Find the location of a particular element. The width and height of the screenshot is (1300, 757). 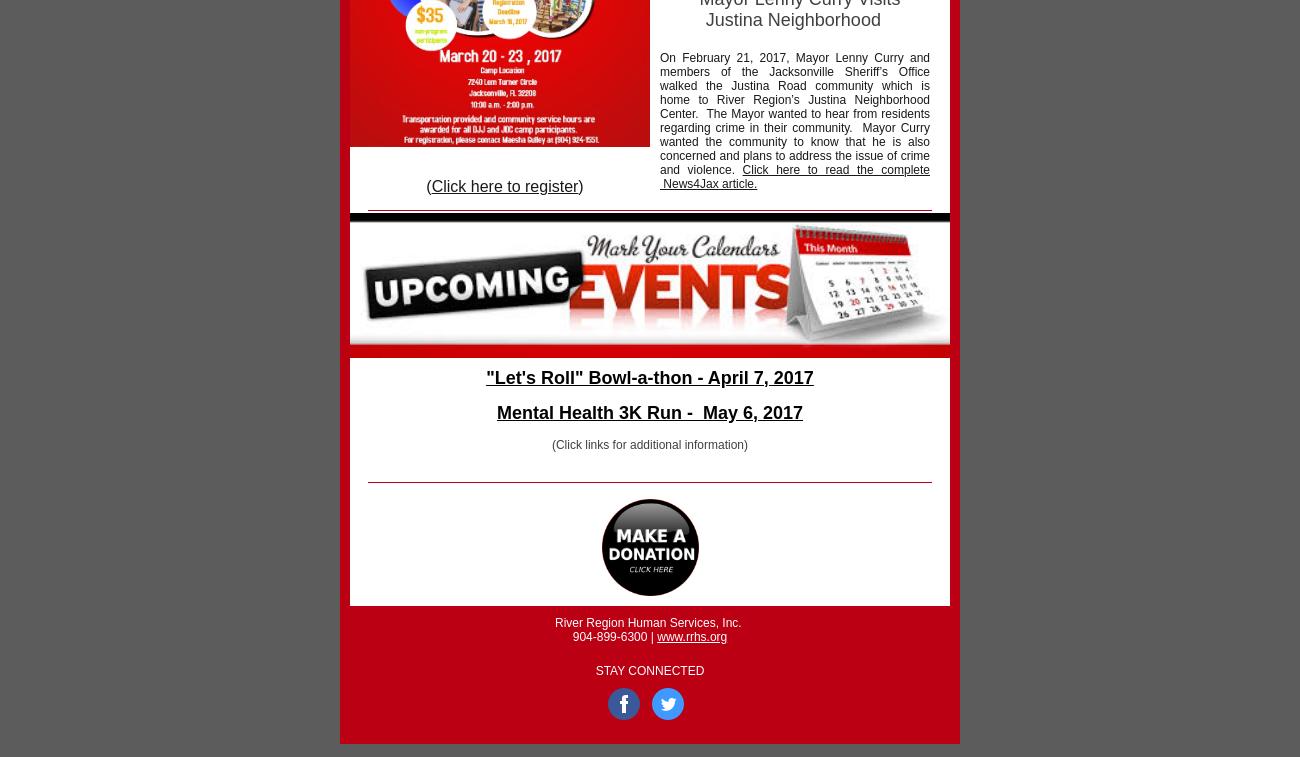

'(' is located at coordinates (426, 185).